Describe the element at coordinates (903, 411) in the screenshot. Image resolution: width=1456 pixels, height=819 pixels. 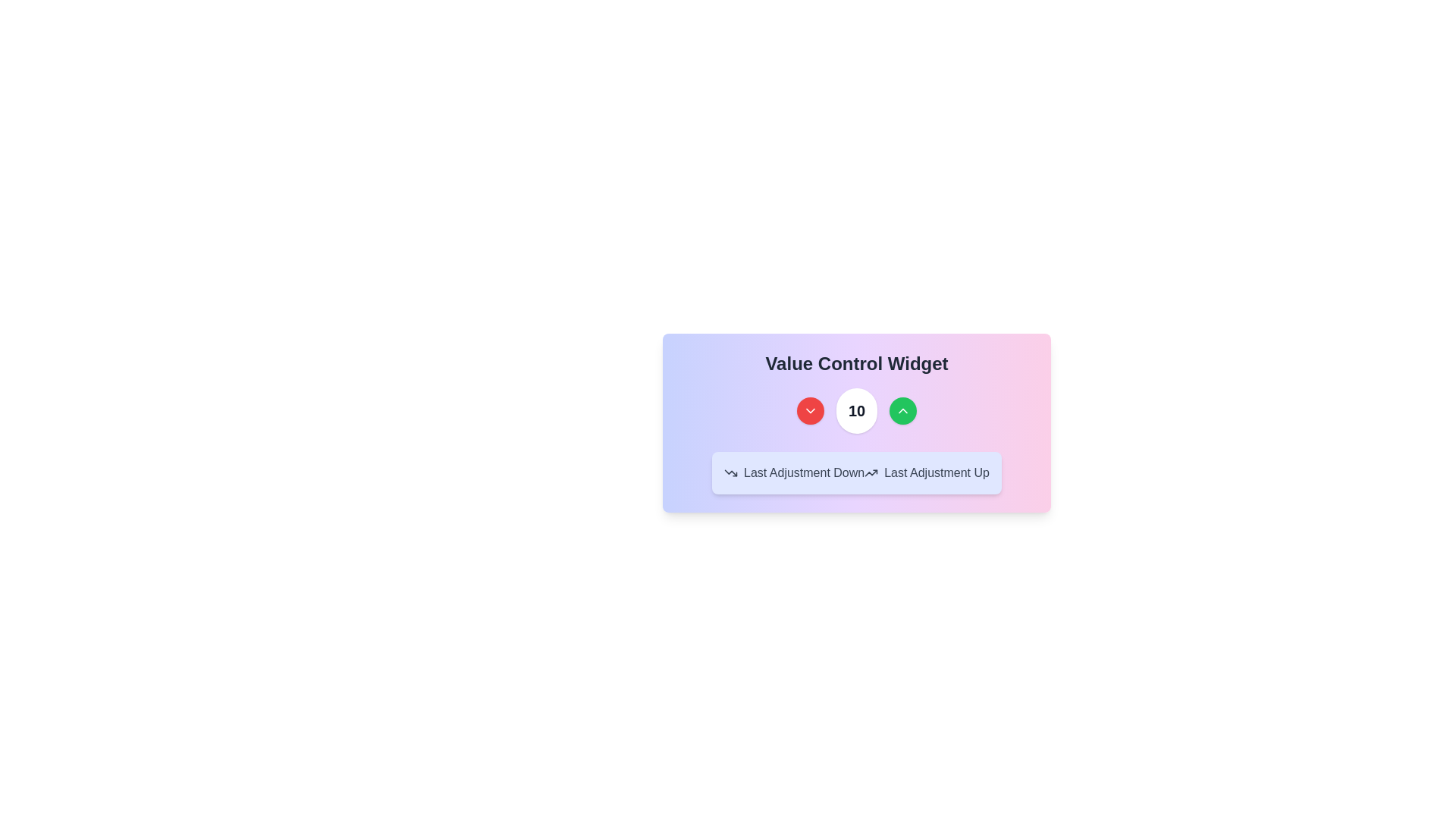
I see `the green circular button with the upward-pointing chevron icon by moving the keyboard focus to it` at that location.